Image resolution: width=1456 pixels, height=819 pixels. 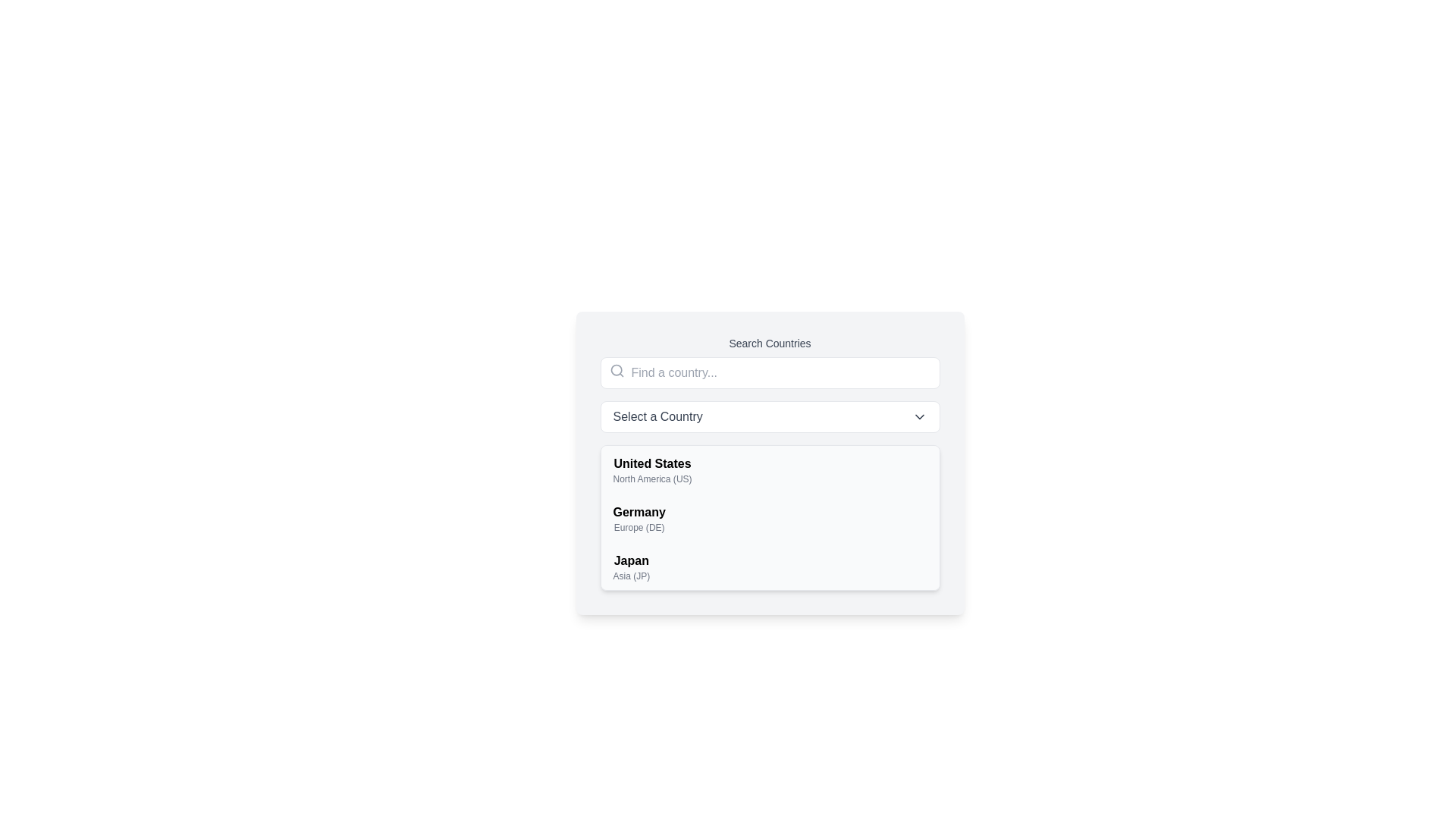 I want to click on the list item containing the text 'GermanyEurope (DE)', so click(x=639, y=517).